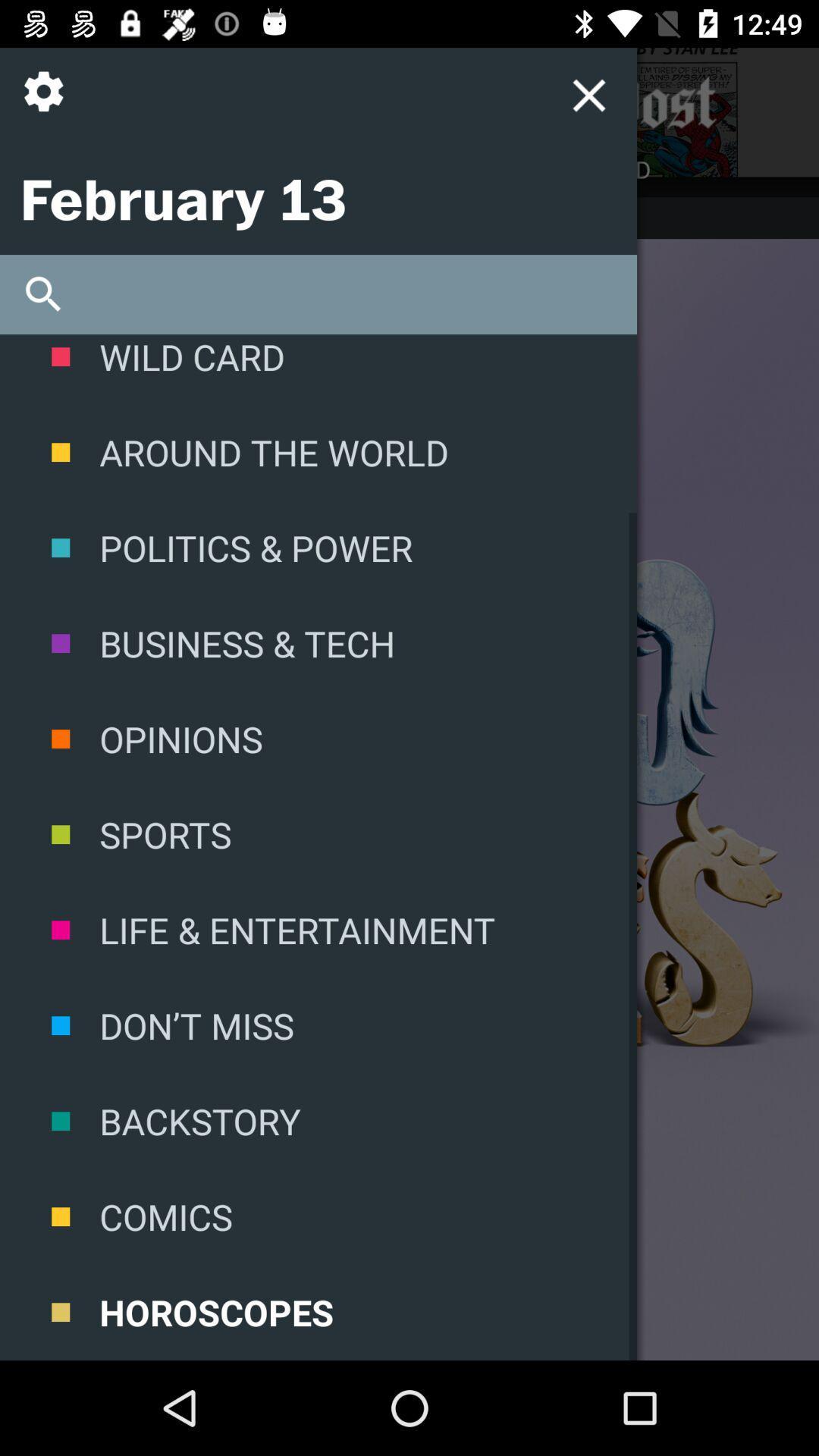 Image resolution: width=819 pixels, height=1456 pixels. What do you see at coordinates (205, 169) in the screenshot?
I see `the item next to the saved item` at bounding box center [205, 169].